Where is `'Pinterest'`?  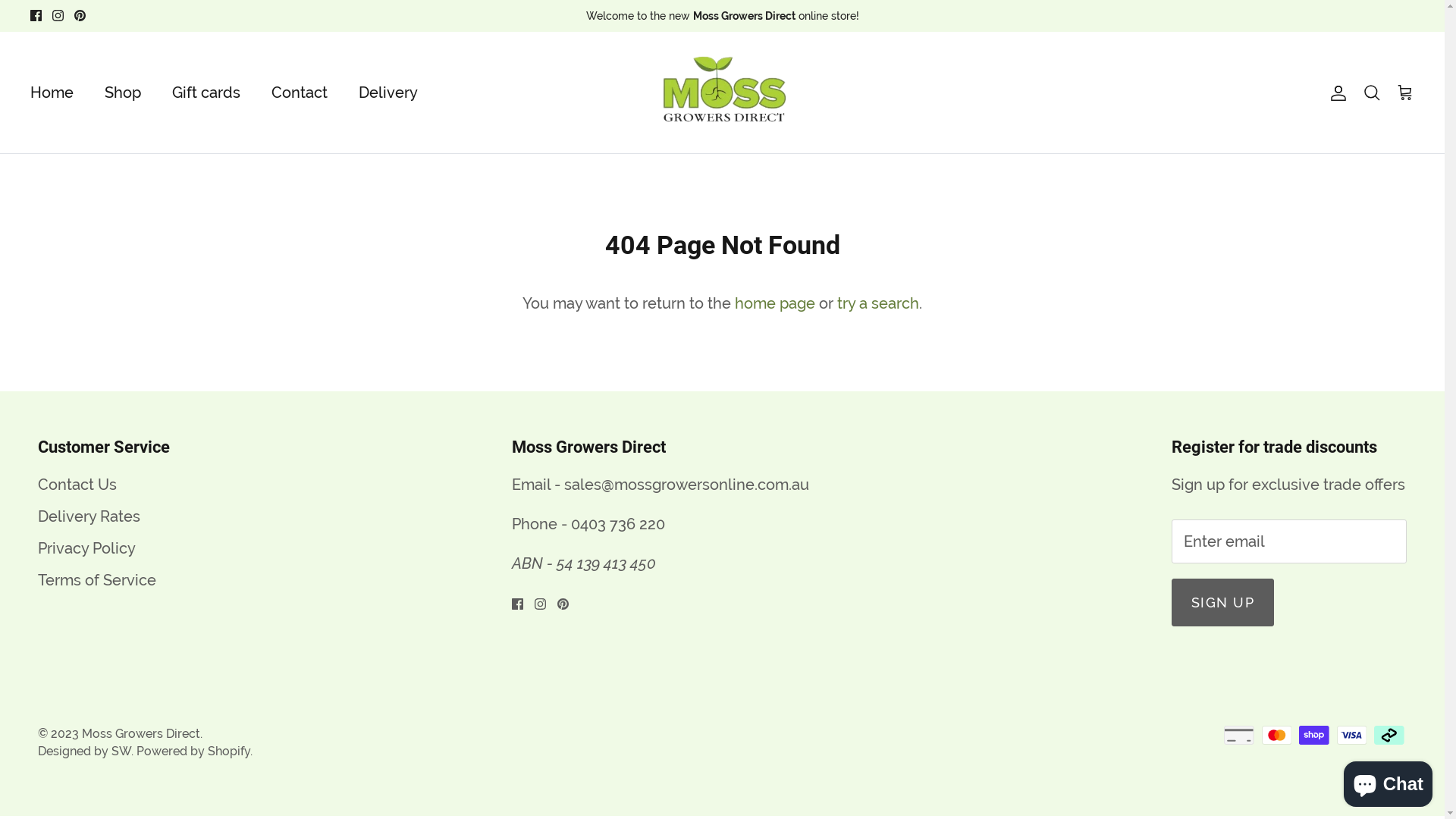
'Pinterest' is located at coordinates (561, 603).